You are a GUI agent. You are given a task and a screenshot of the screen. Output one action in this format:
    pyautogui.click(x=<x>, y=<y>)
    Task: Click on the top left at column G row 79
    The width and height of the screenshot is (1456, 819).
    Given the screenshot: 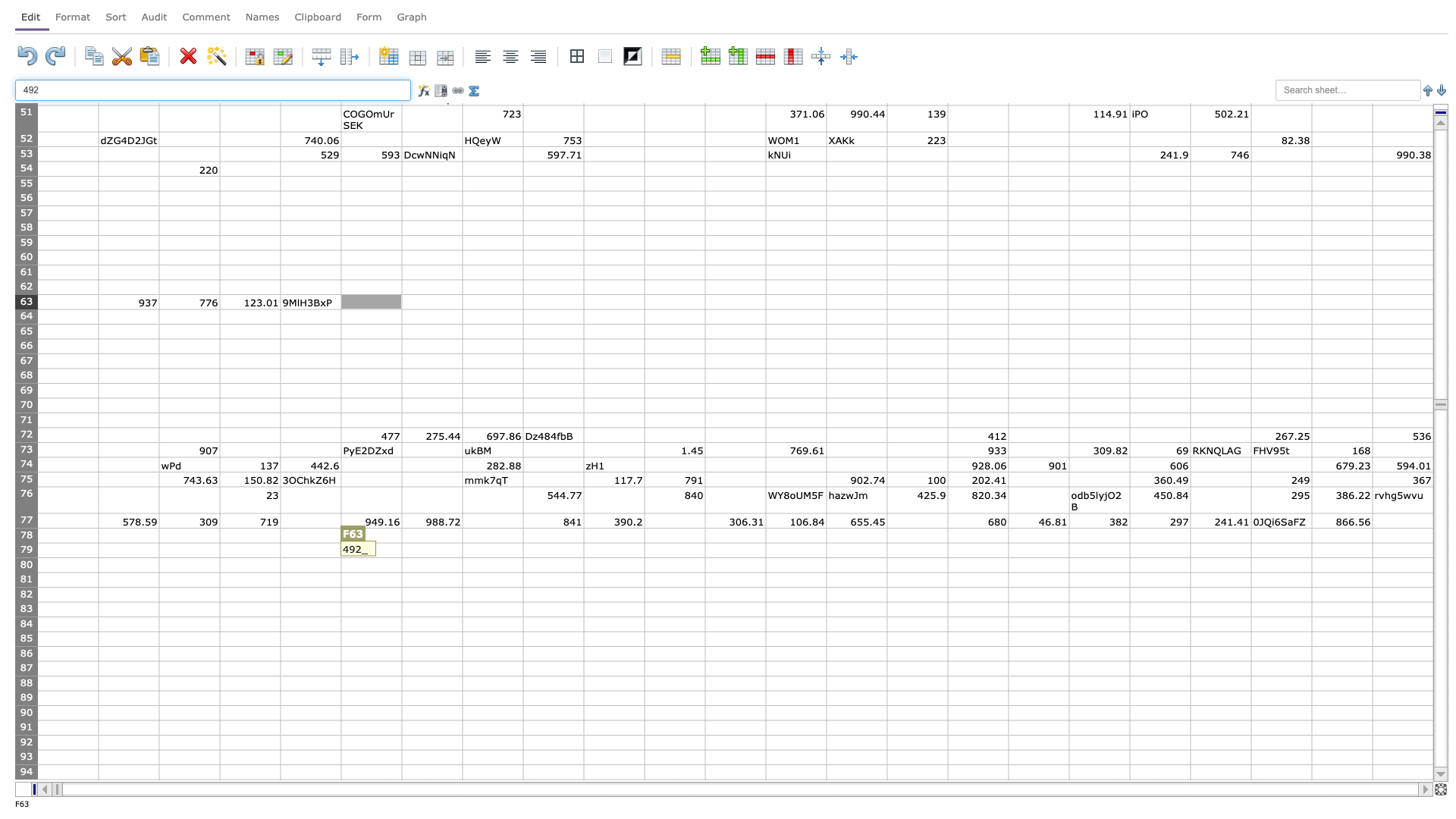 What is the action you would take?
    pyautogui.click(x=401, y=542)
    